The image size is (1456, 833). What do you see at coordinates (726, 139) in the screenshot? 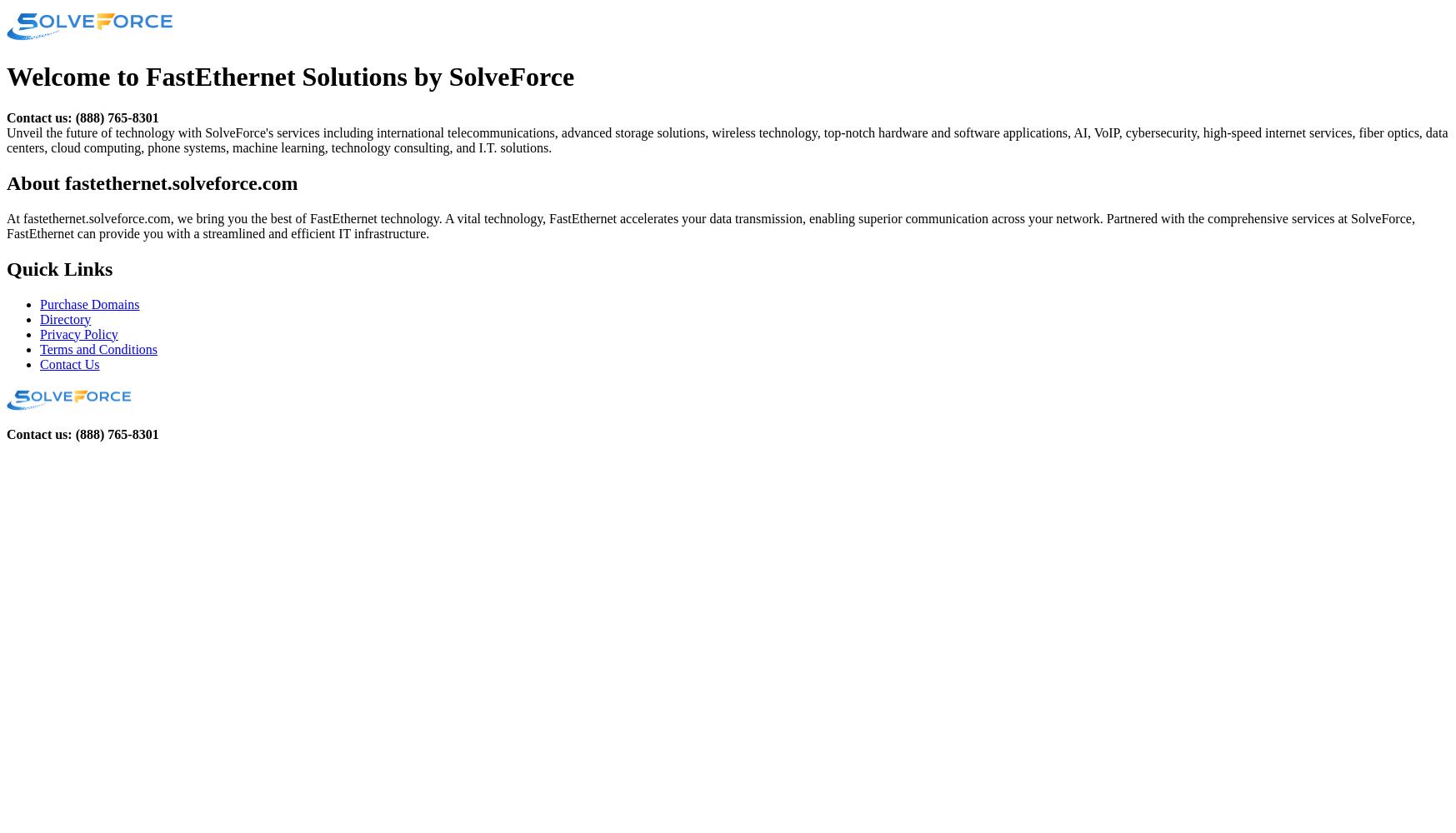
I see `'Unveil the future of technology with SolveForce's services including international telecommunications, advanced storage solutions, wireless technology, top-notch hardware and software applications, AI, VoIP, cybersecurity, high-speed internet services, fiber optics, data centers, cloud computing, phone systems, machine learning, technology consulting, and I.T. solutions.'` at bounding box center [726, 139].